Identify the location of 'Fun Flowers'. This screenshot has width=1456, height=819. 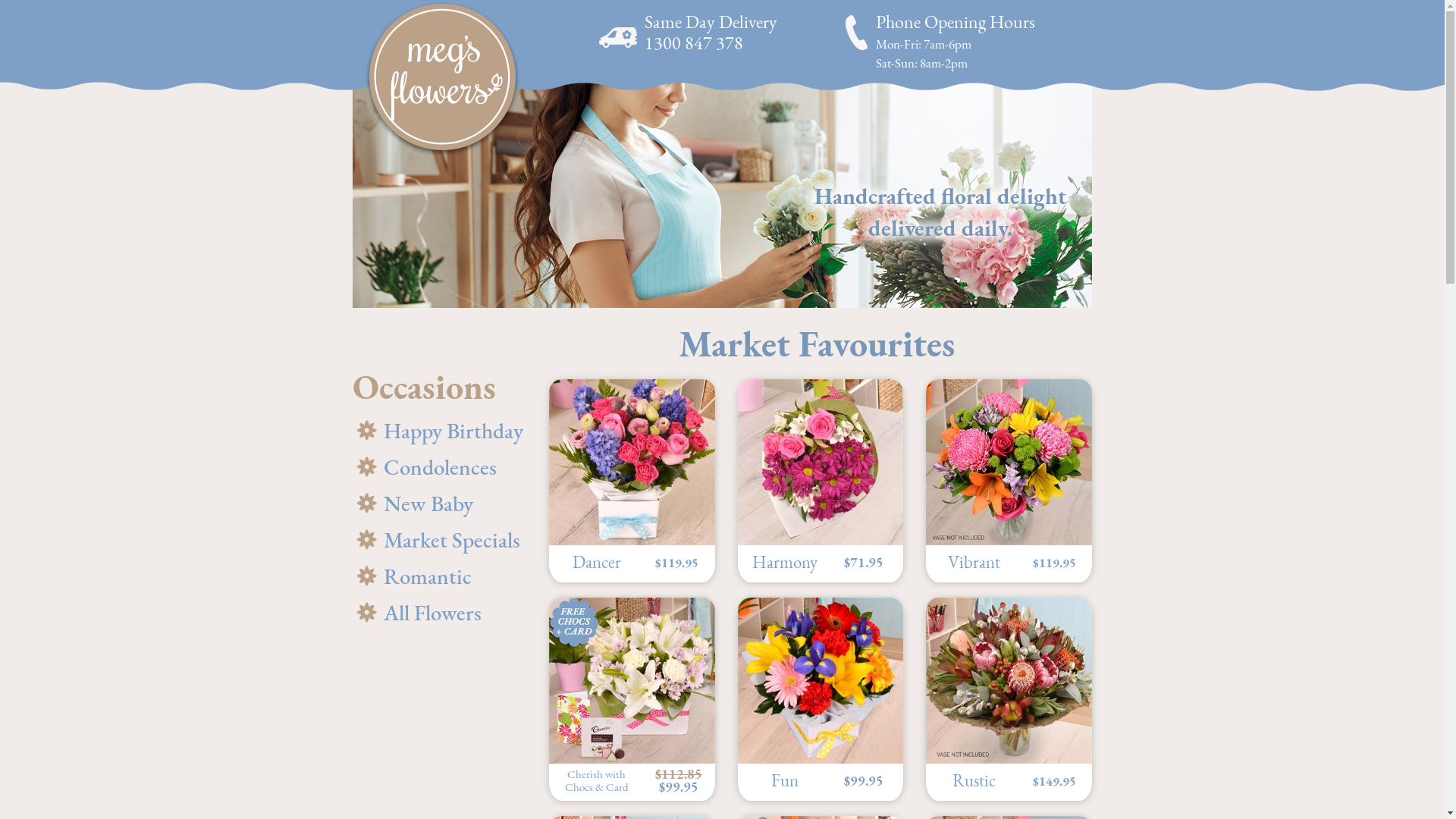
(819, 679).